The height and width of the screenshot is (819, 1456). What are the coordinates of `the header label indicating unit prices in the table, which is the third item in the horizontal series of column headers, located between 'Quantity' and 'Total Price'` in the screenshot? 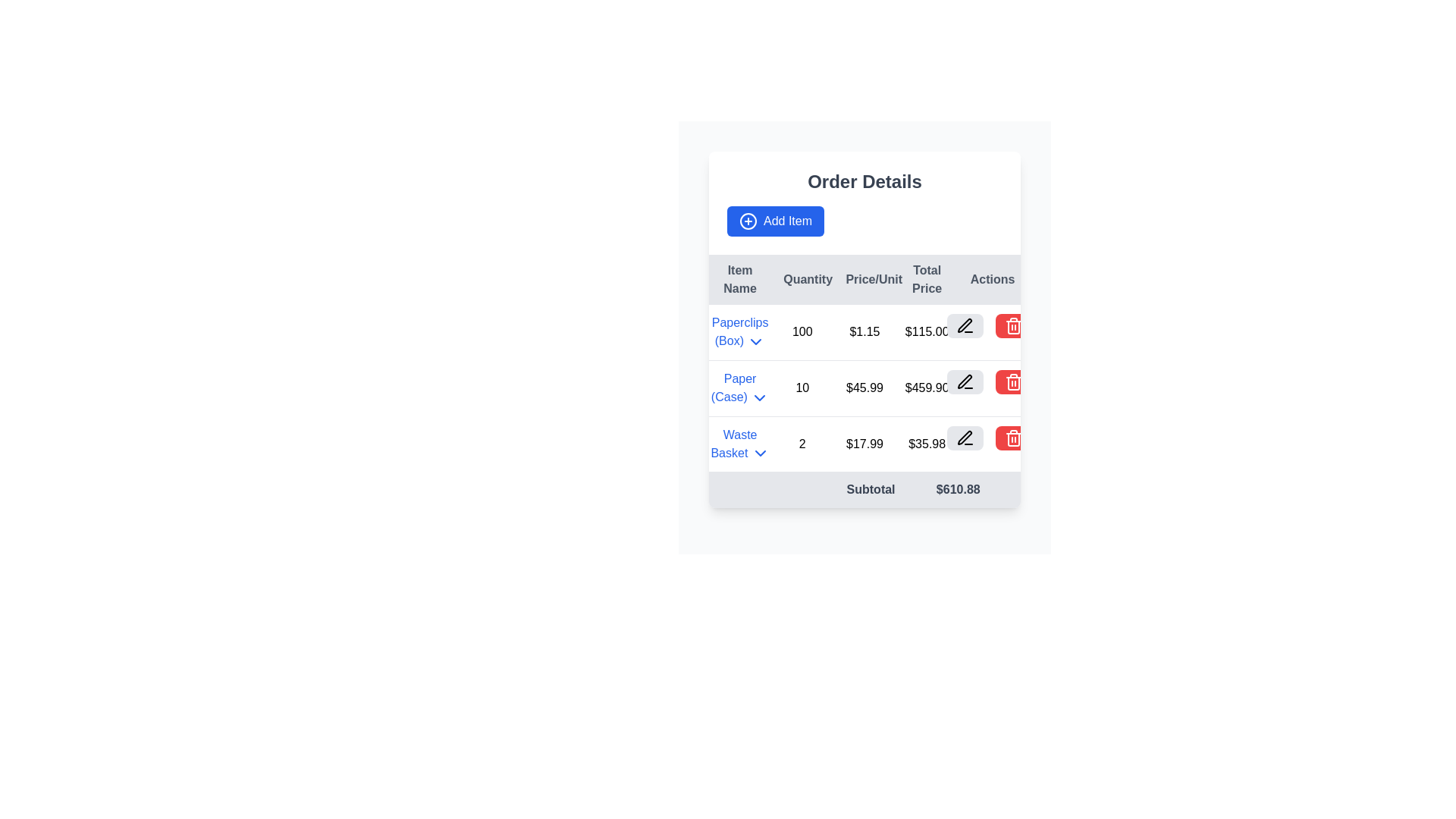 It's located at (864, 280).